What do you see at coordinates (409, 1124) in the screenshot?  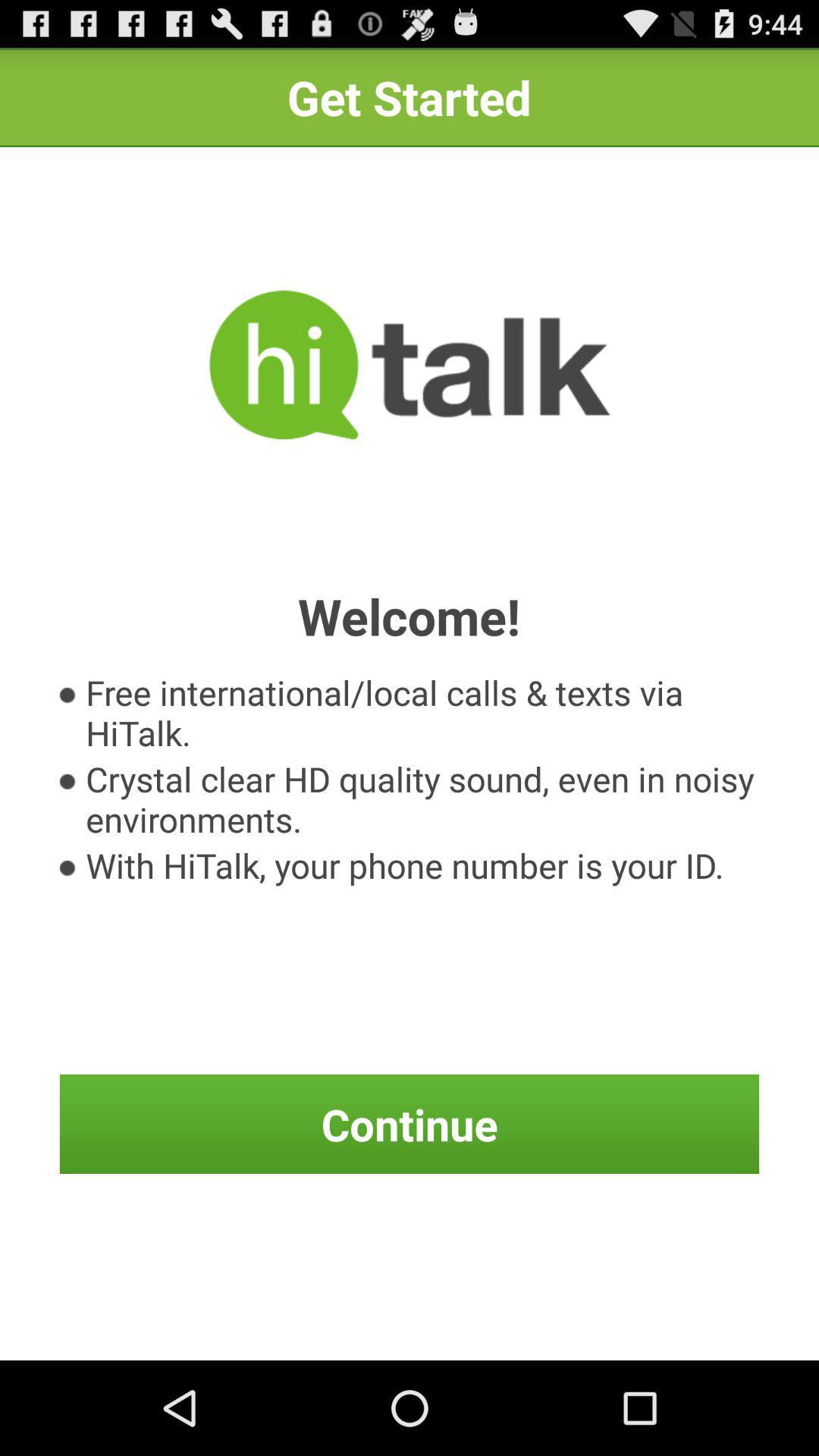 I see `icon below the with hitalk your app` at bounding box center [409, 1124].